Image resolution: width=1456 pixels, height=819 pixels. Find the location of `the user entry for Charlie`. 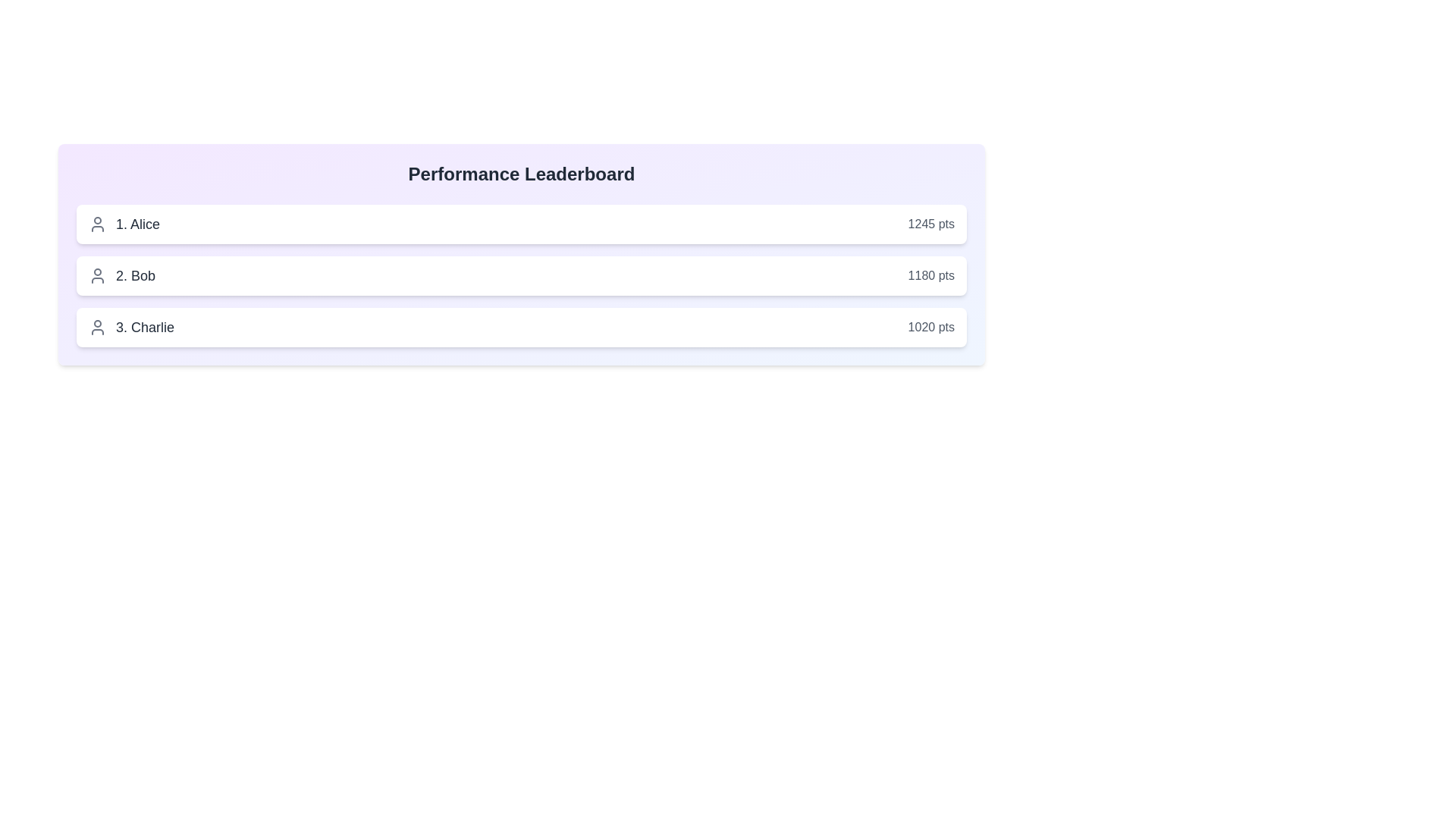

the user entry for Charlie is located at coordinates (521, 327).